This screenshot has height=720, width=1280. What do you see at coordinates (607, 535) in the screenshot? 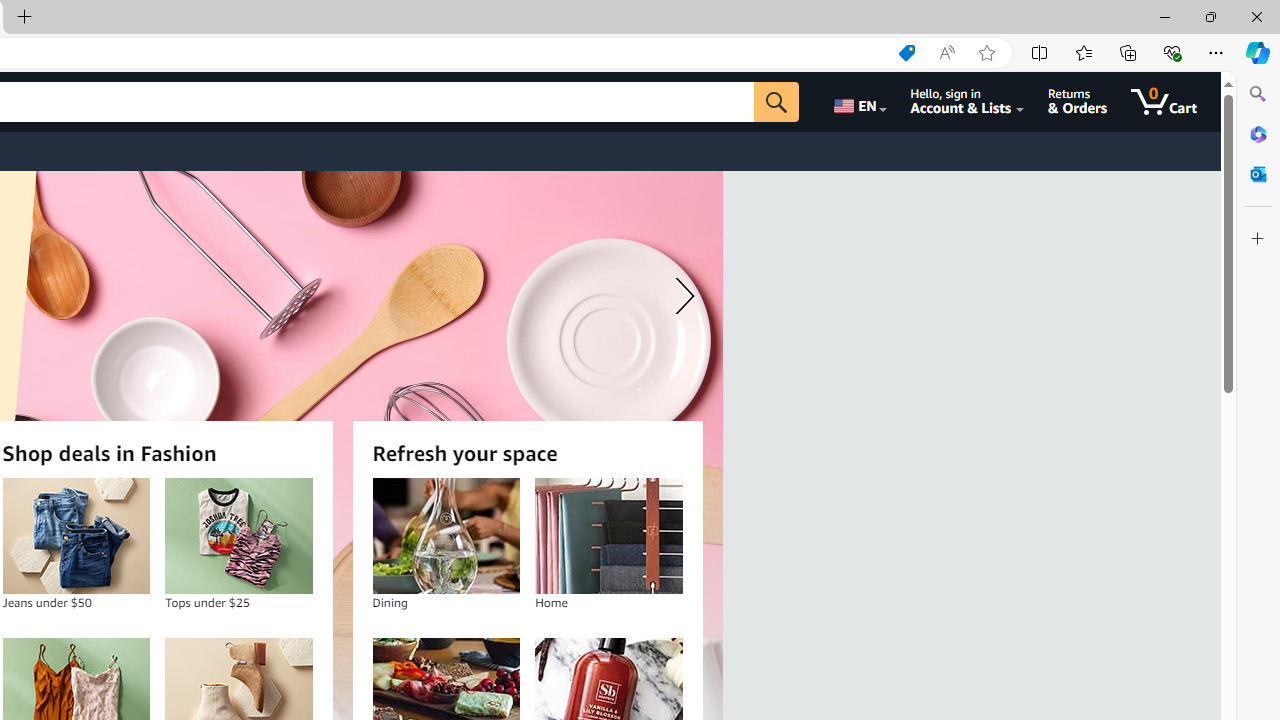
I see `'Home'` at bounding box center [607, 535].